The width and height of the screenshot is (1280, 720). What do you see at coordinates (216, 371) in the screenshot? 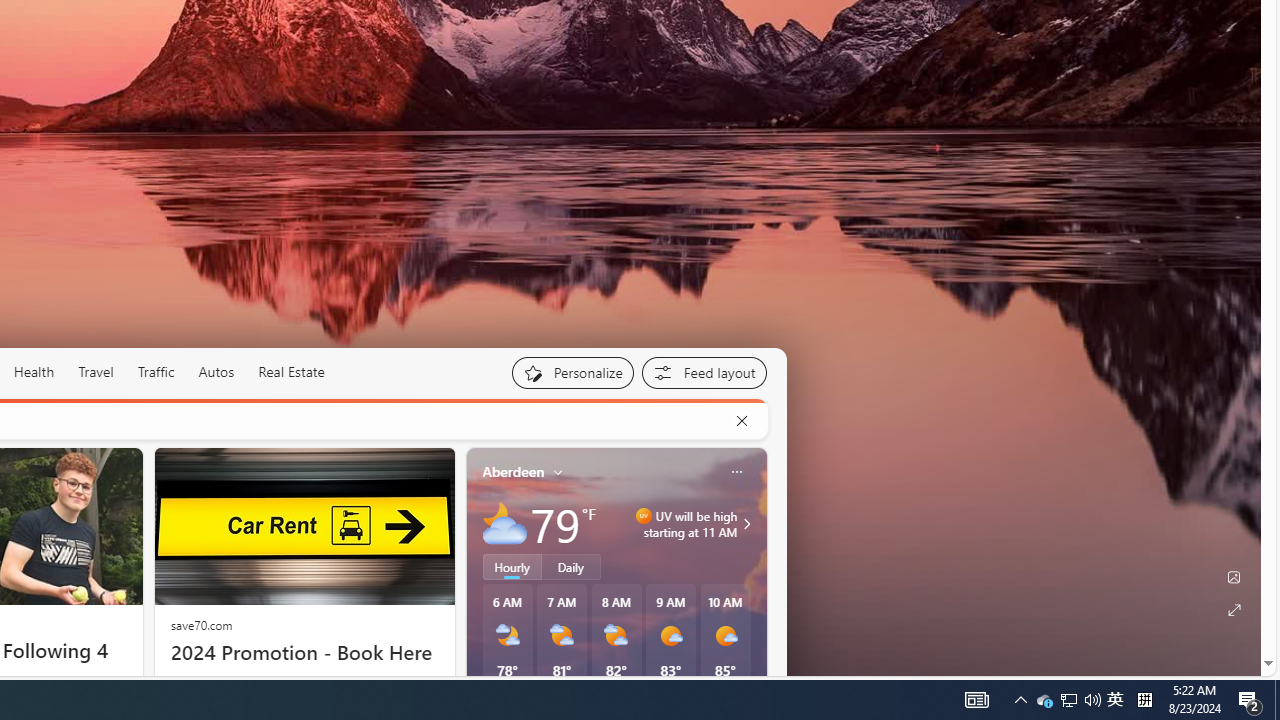
I see `'Autos'` at bounding box center [216, 371].